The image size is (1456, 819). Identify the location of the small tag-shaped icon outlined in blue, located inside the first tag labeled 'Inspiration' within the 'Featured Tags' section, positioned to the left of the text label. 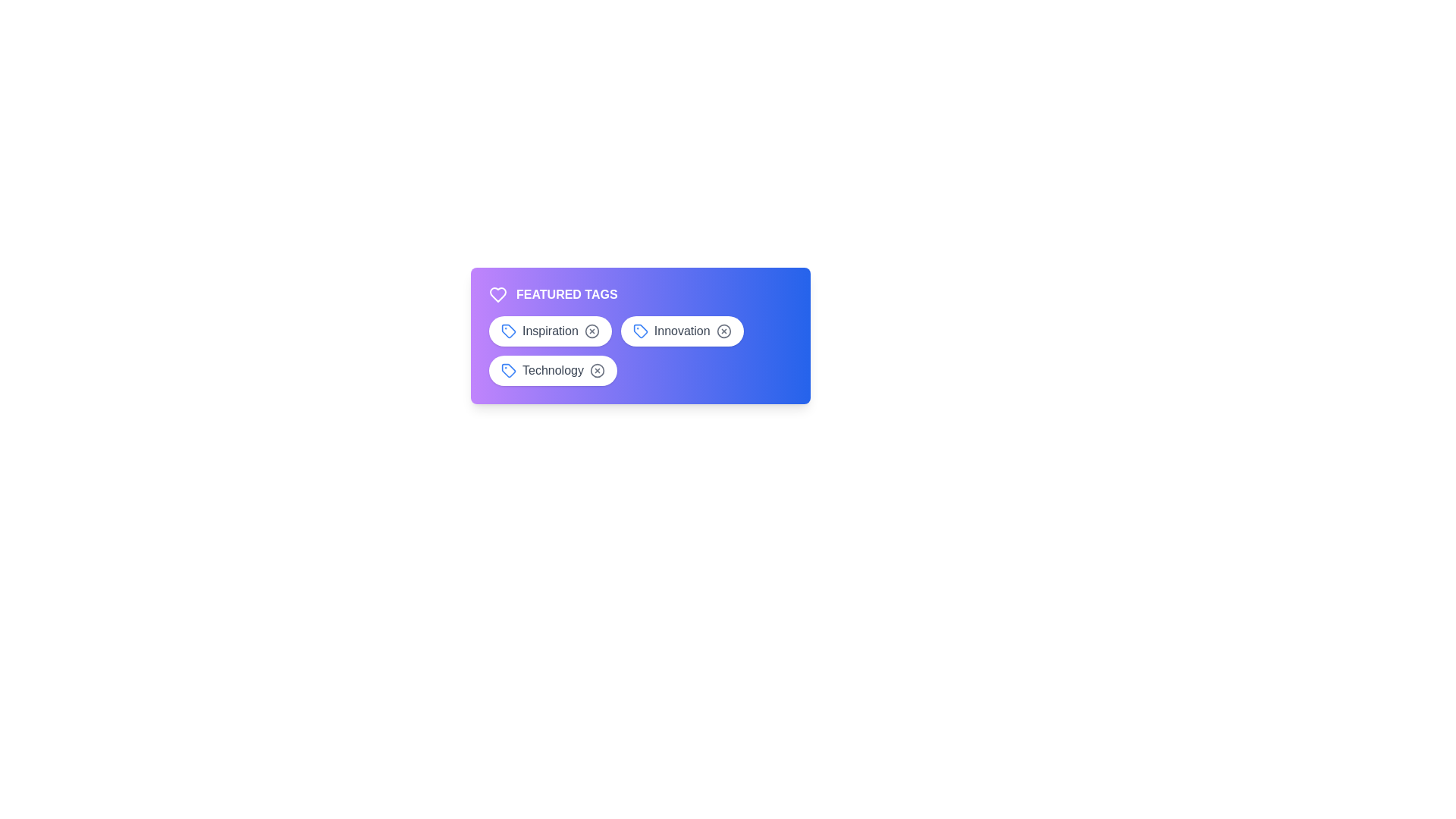
(509, 330).